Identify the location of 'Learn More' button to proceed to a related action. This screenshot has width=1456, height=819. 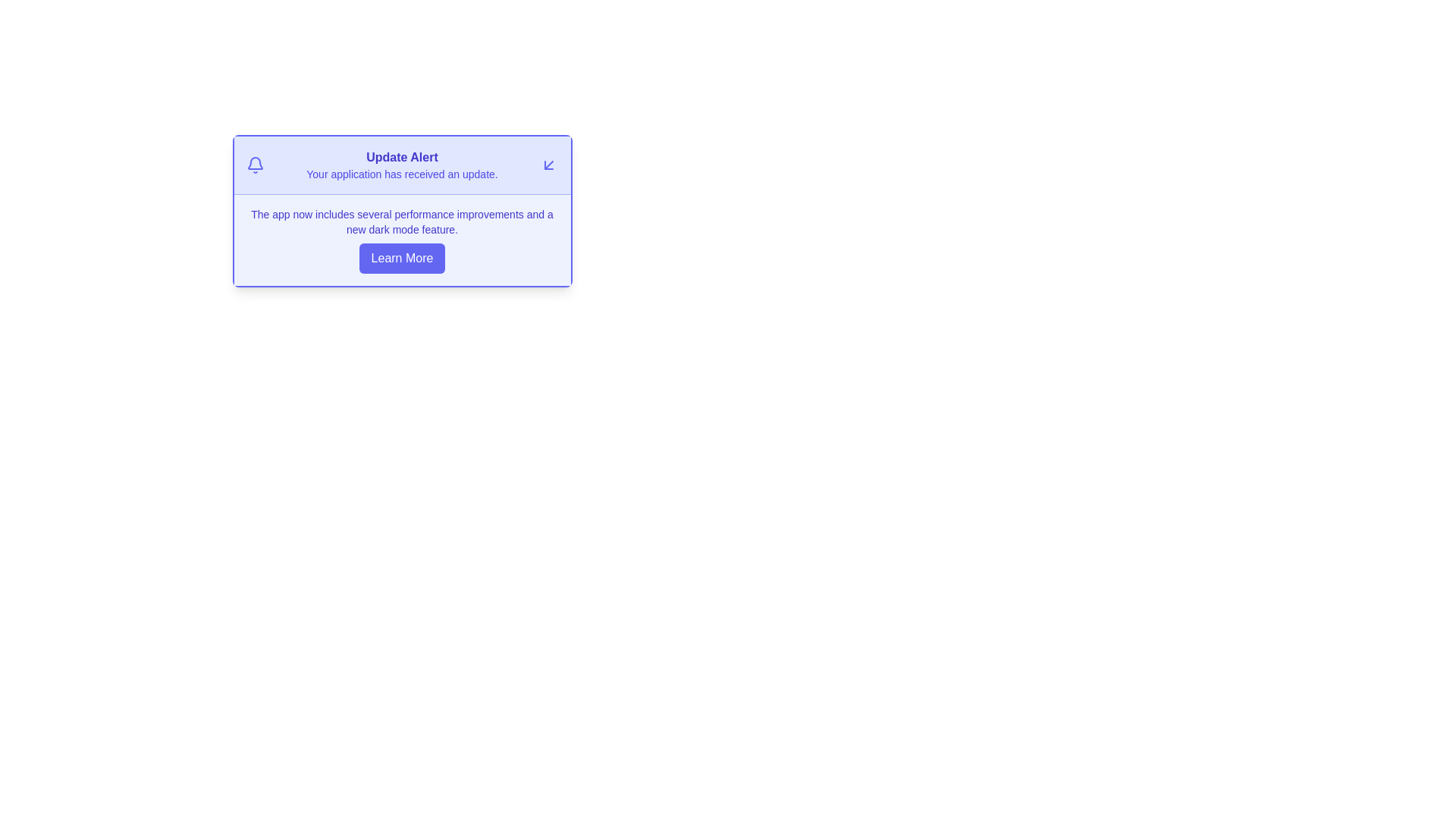
(402, 257).